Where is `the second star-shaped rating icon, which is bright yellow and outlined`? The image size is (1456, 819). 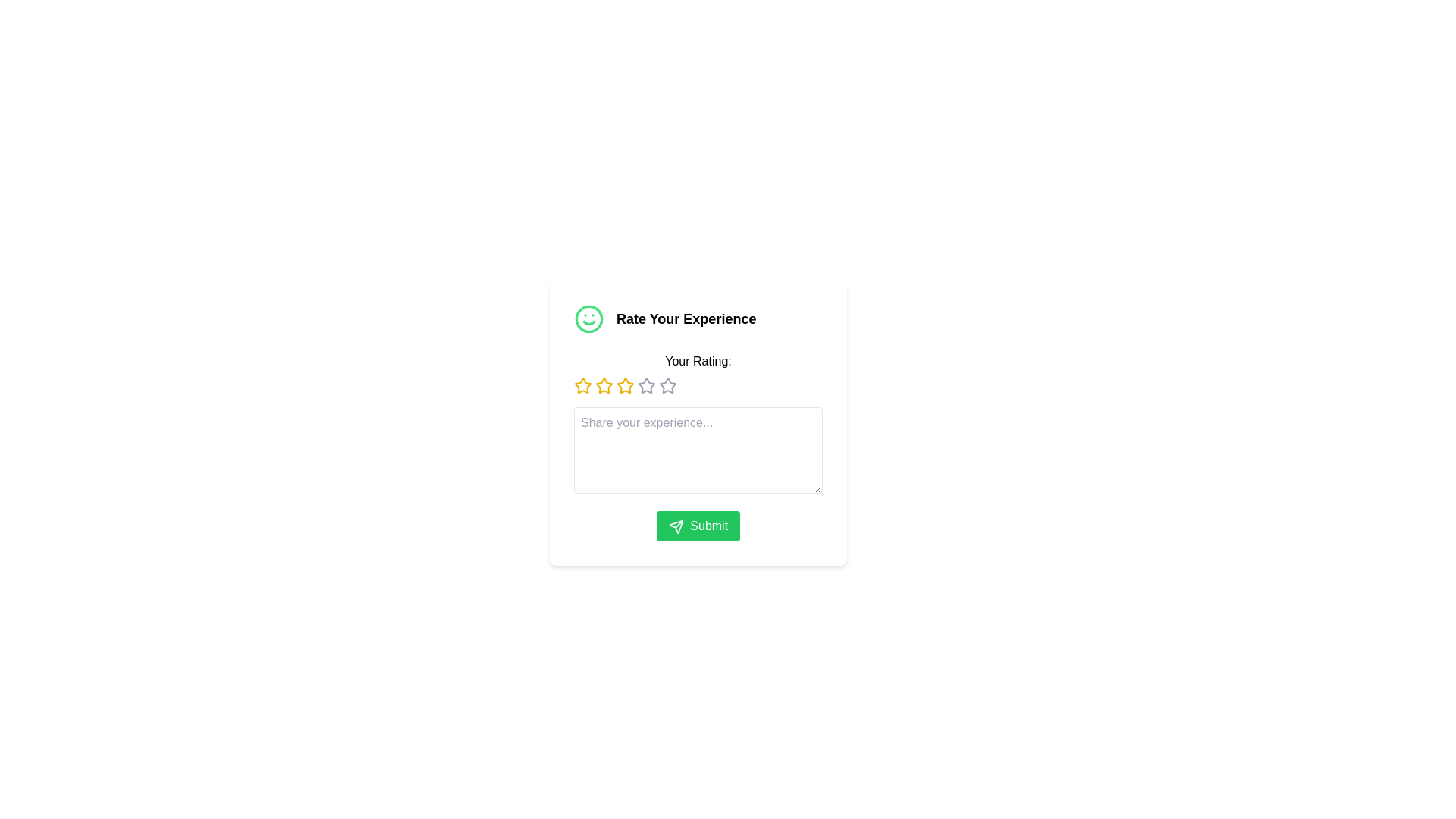 the second star-shaped rating icon, which is bright yellow and outlined is located at coordinates (603, 384).